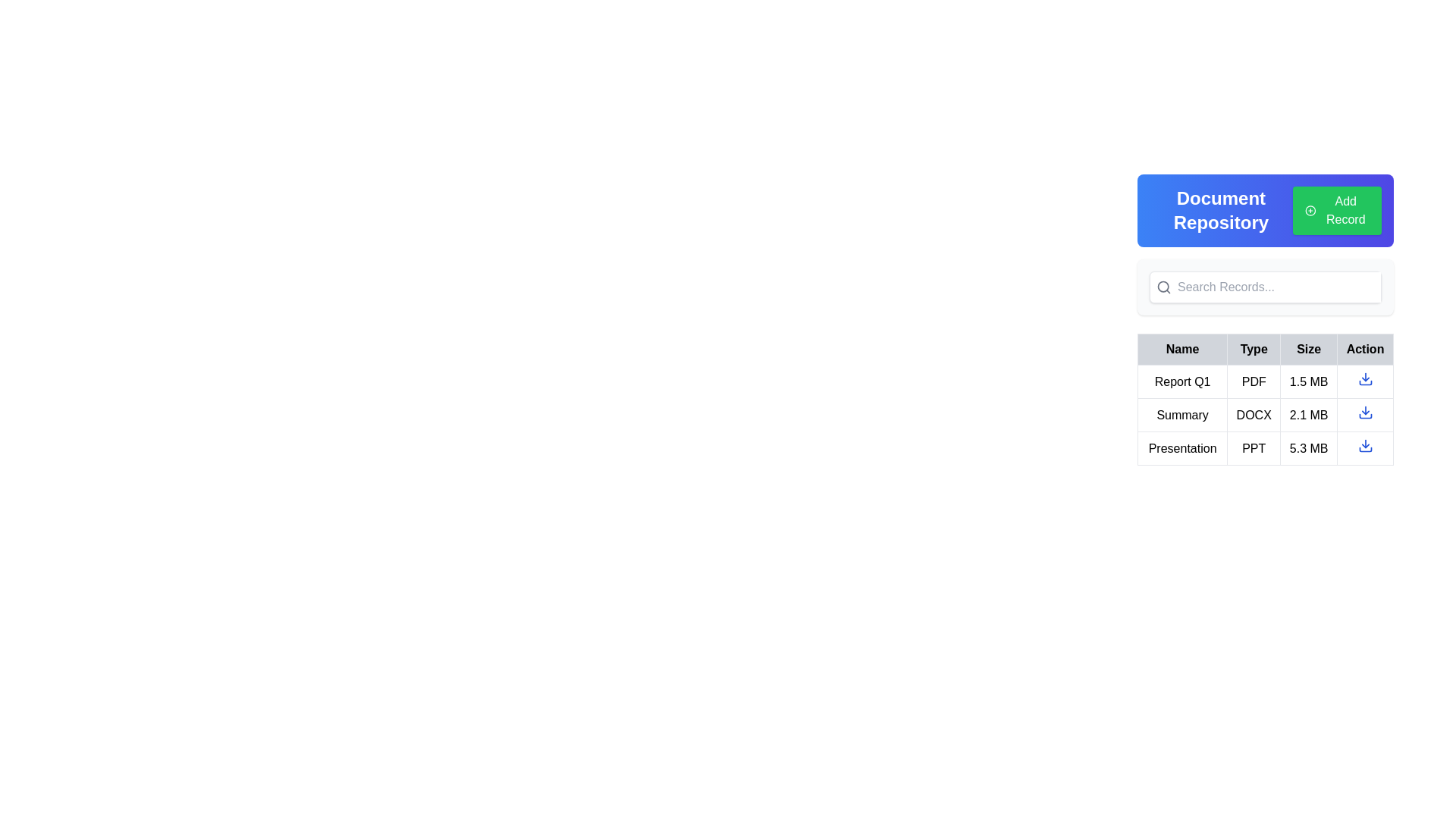  Describe the element at coordinates (1308, 447) in the screenshot. I see `the informational text label displaying the file size for the 'Presentation' row in the table, found in the 'Size' column` at that location.